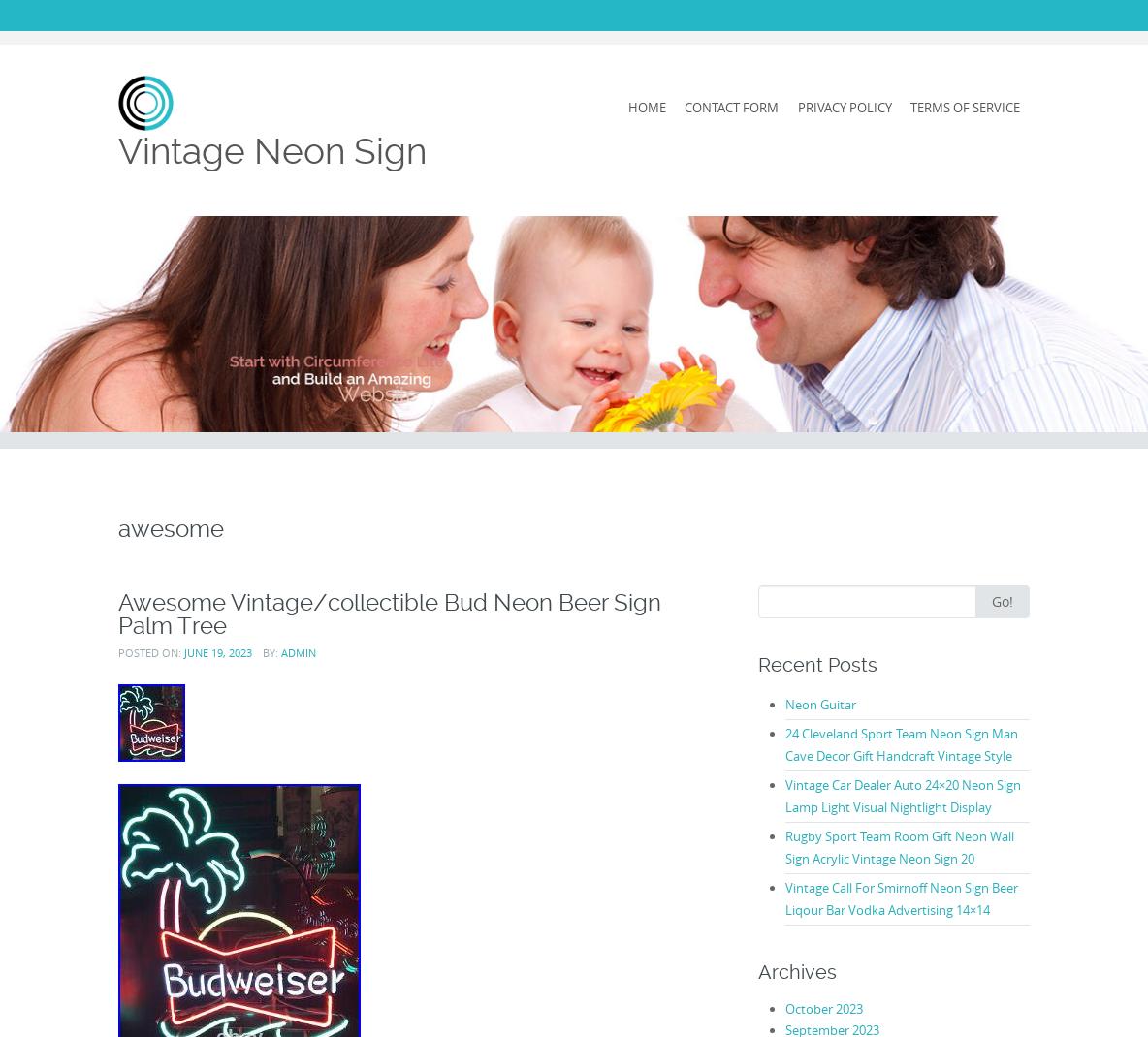 This screenshot has height=1037, width=1148. What do you see at coordinates (258, 651) in the screenshot?
I see `'by:'` at bounding box center [258, 651].